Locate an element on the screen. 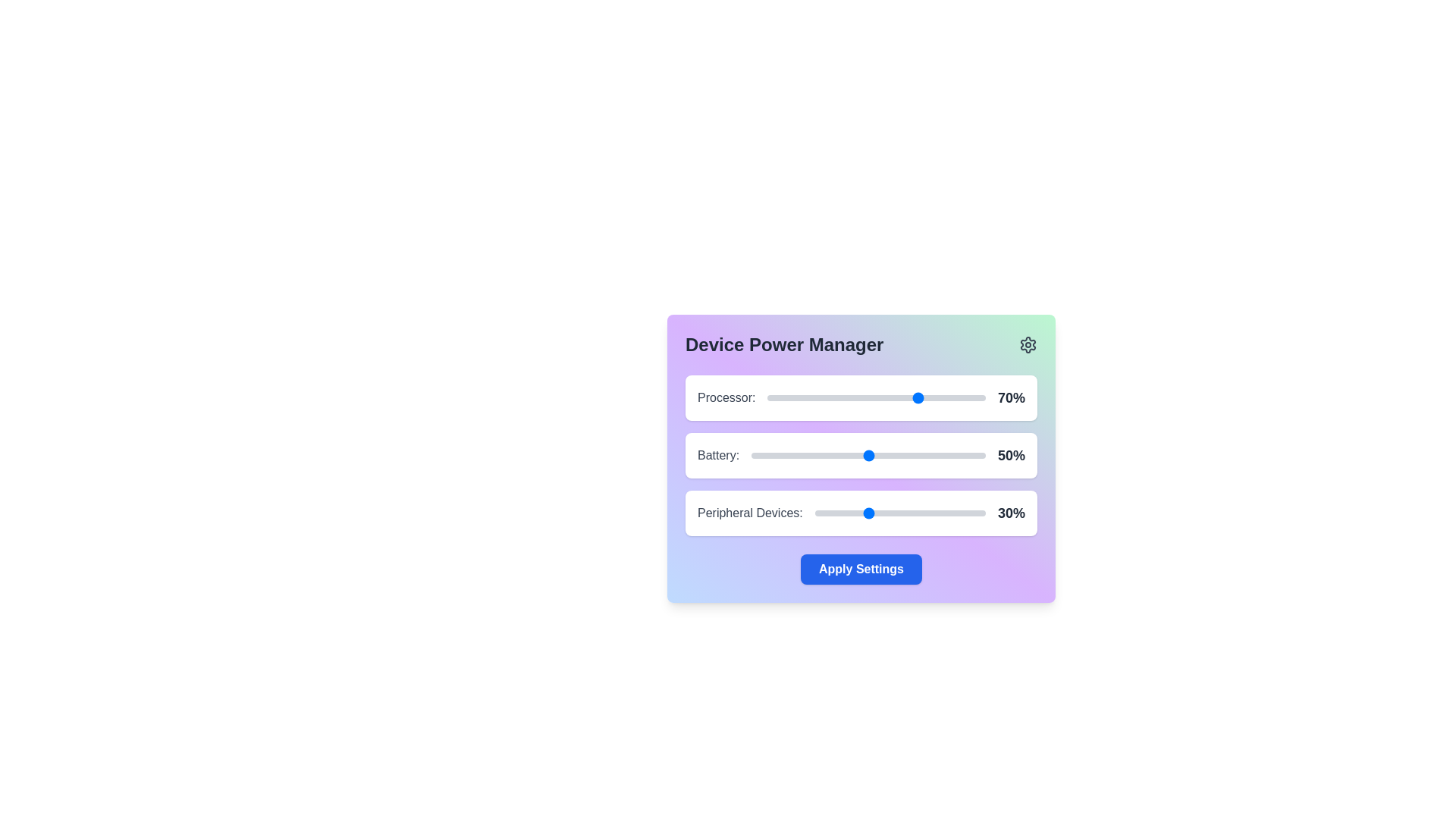 This screenshot has width=1456, height=819. the 'Battery' slider to set its value to 42% is located at coordinates (849, 455).